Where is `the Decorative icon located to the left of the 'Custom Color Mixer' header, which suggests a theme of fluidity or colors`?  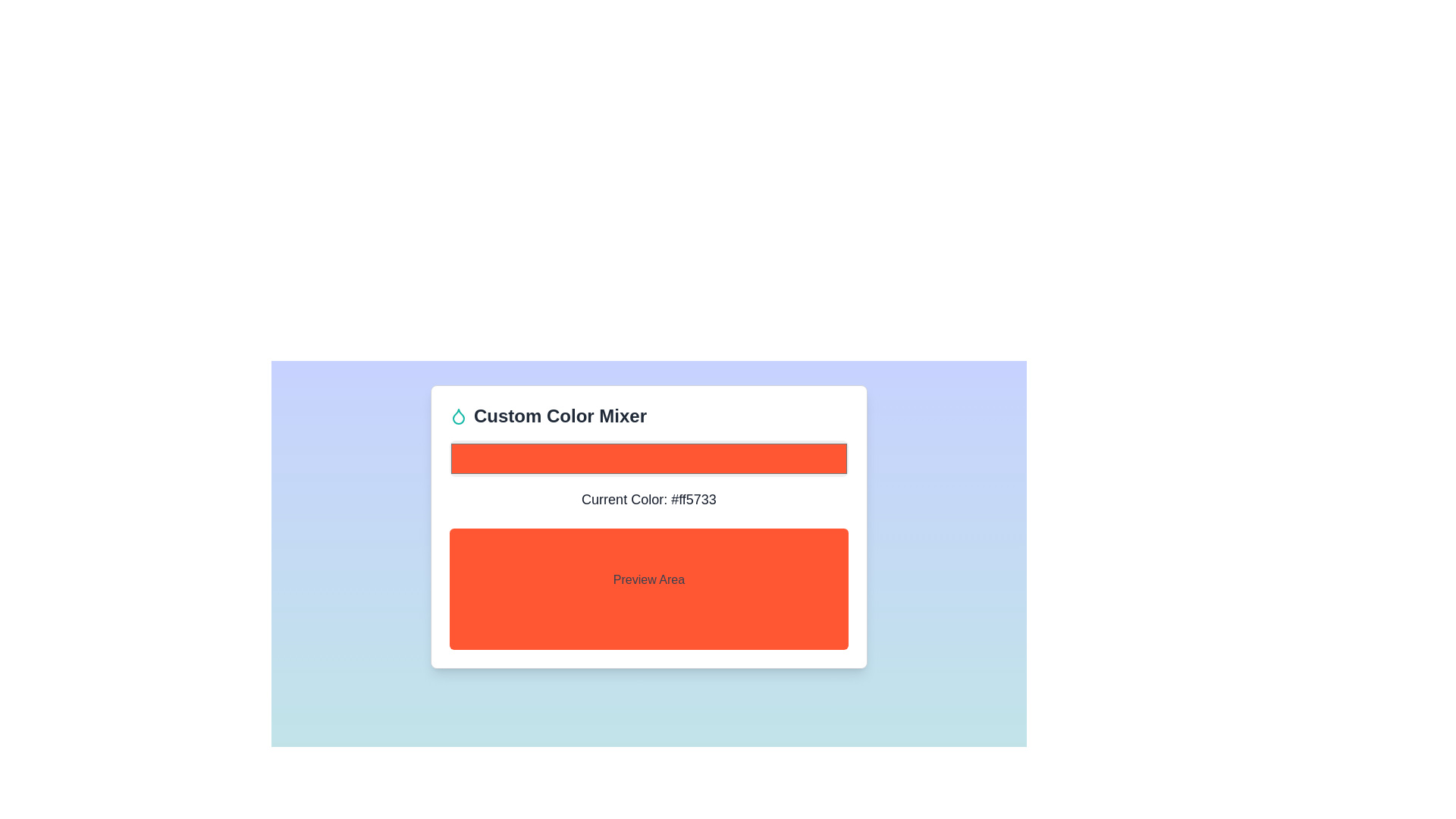
the Decorative icon located to the left of the 'Custom Color Mixer' header, which suggests a theme of fluidity or colors is located at coordinates (457, 416).